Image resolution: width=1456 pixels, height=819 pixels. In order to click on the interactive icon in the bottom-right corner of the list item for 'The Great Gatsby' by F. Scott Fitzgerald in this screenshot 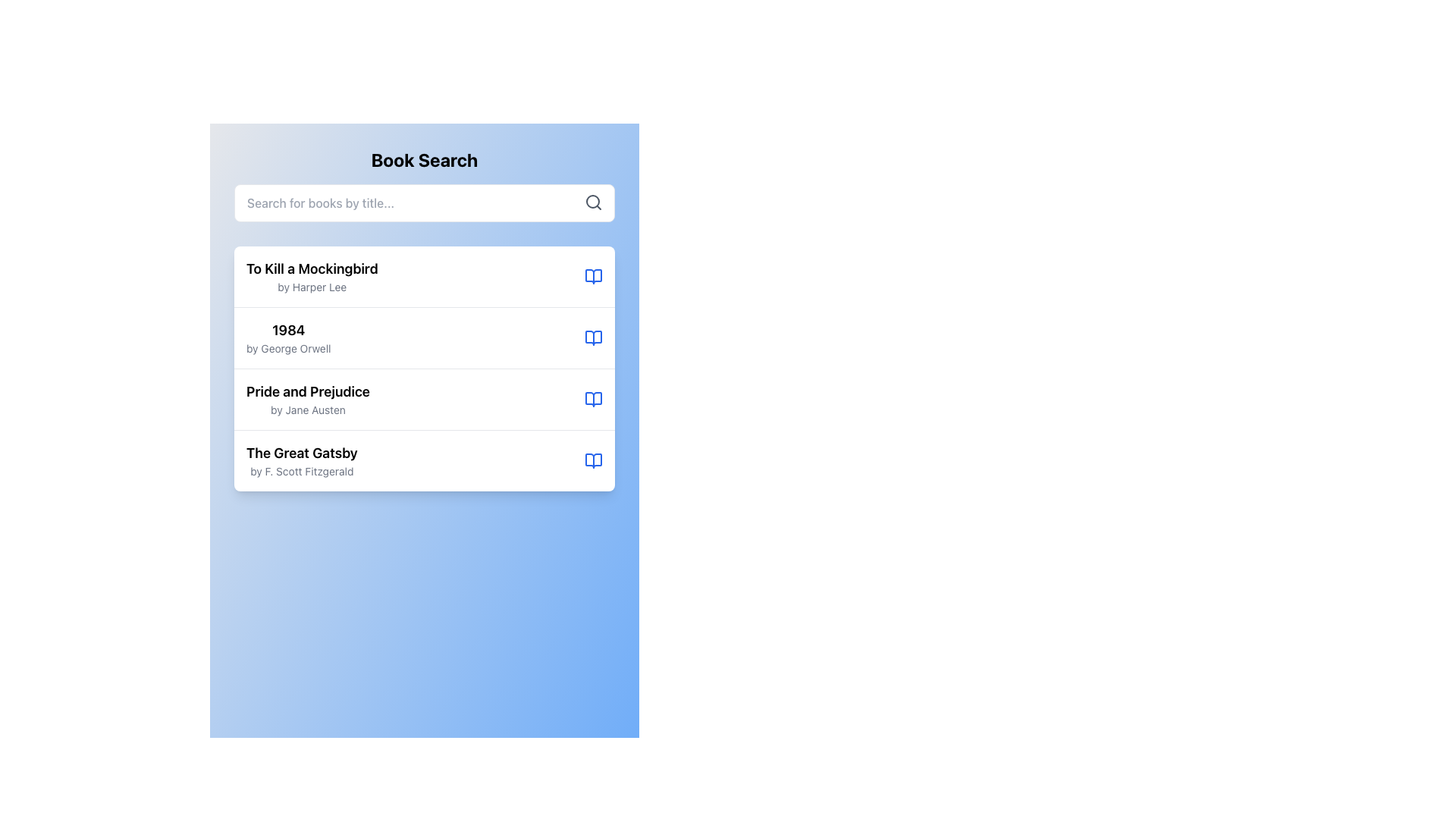, I will do `click(592, 460)`.